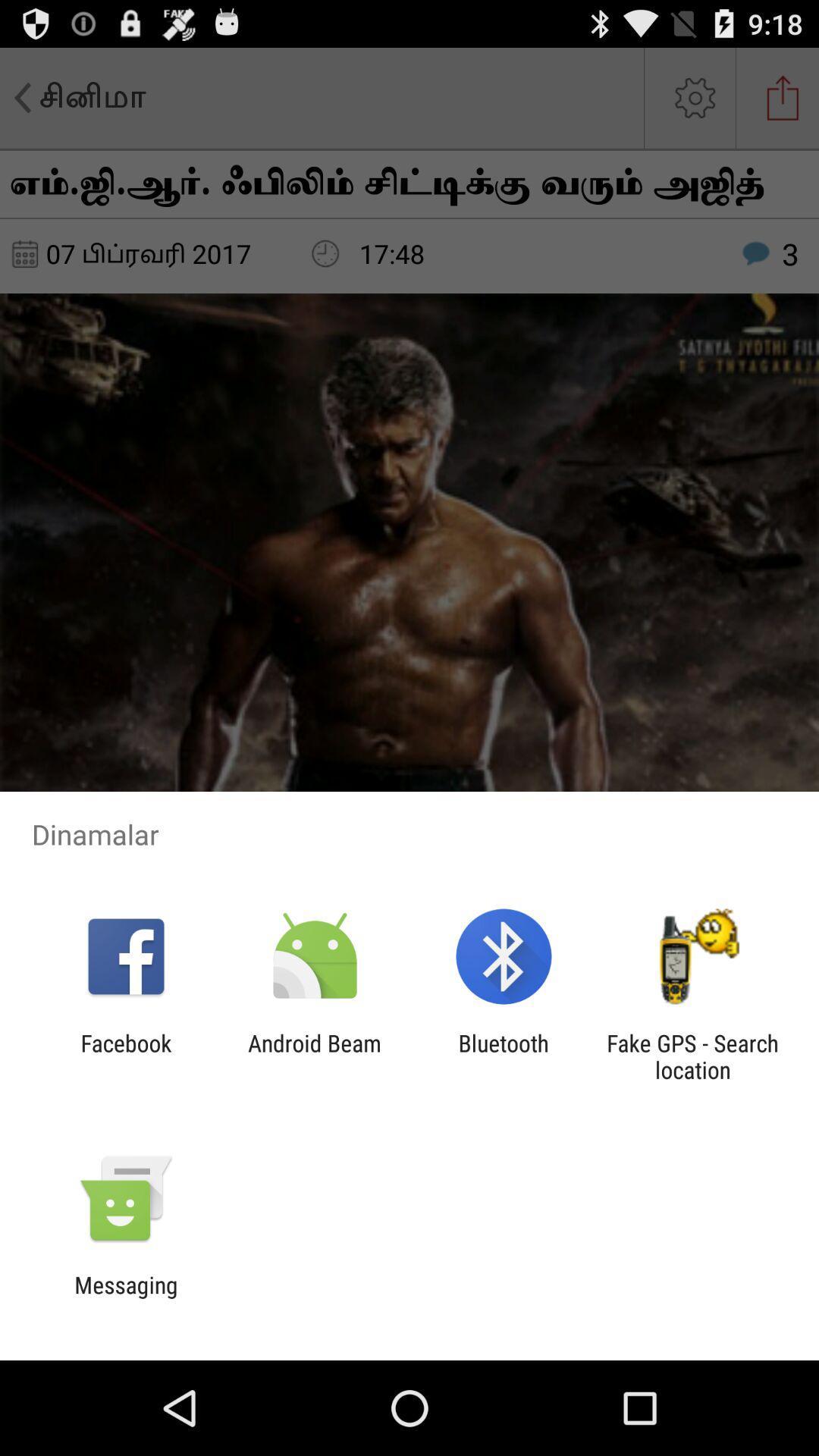 This screenshot has width=819, height=1456. What do you see at coordinates (314, 1056) in the screenshot?
I see `the app next to facebook icon` at bounding box center [314, 1056].